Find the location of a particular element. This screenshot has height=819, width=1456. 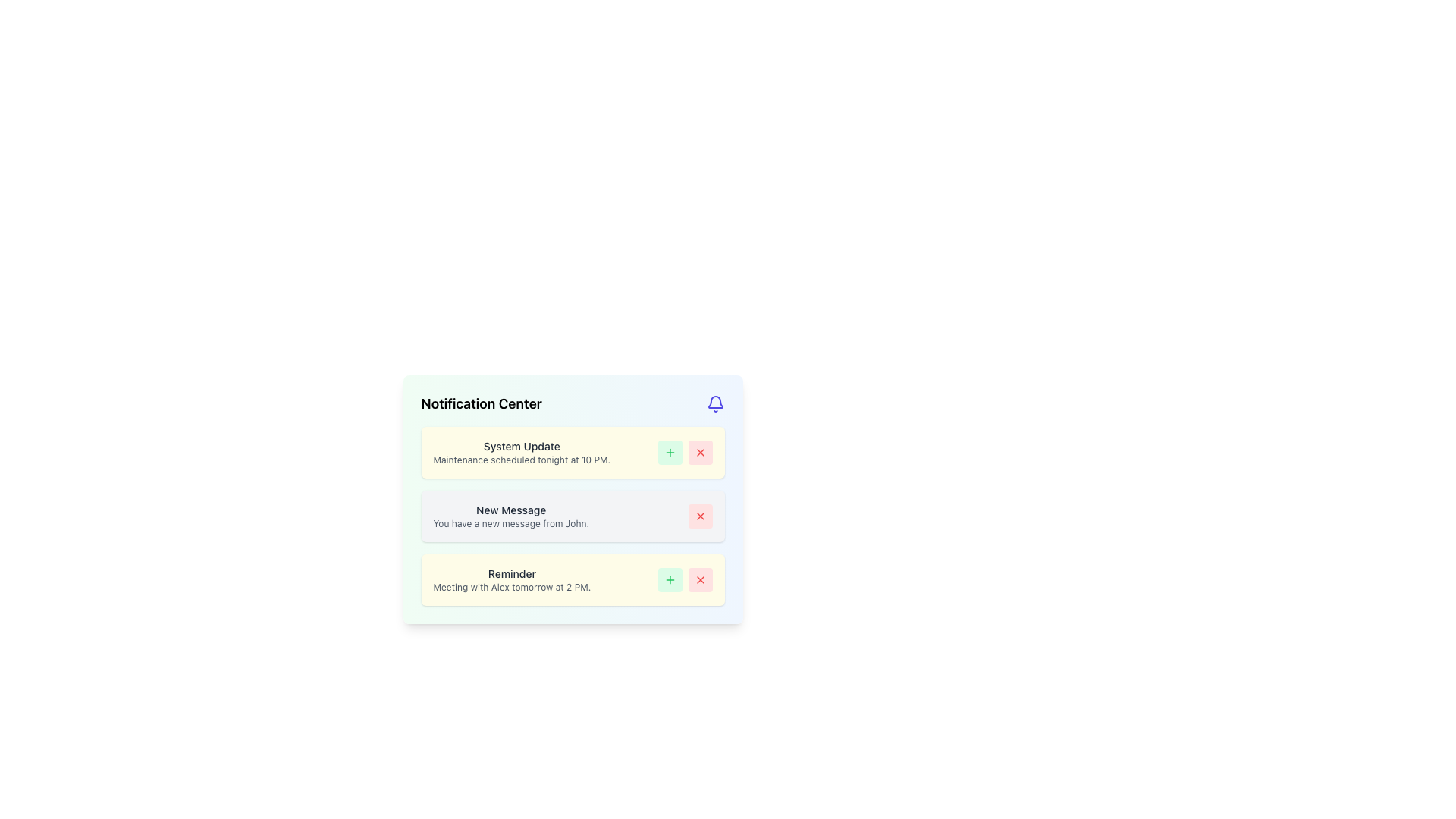

the 'Reminder' text label located at the top of the notification card is located at coordinates (512, 573).